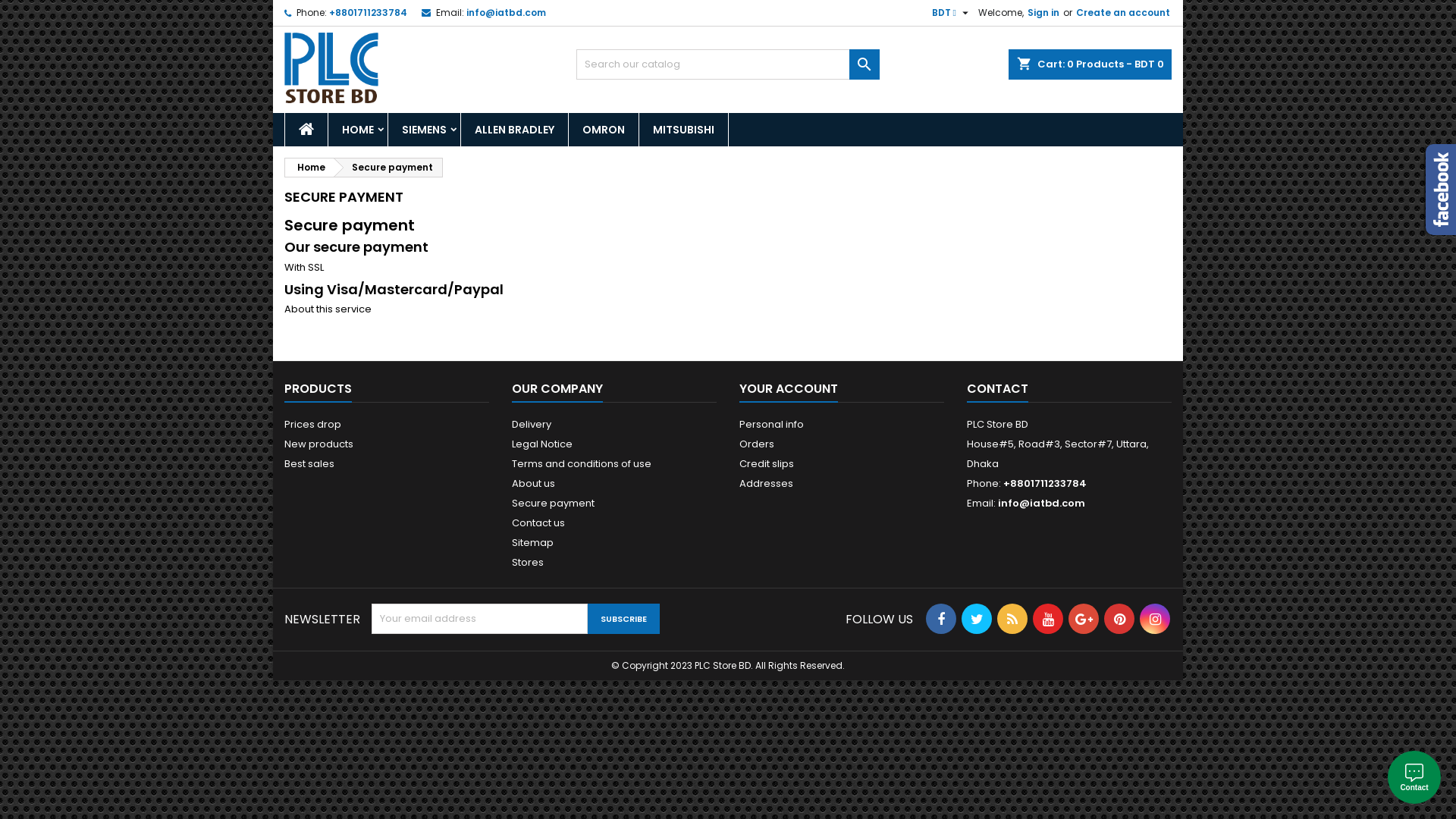 This screenshot has width=1456, height=819. Describe the element at coordinates (318, 444) in the screenshot. I see `'New products'` at that location.